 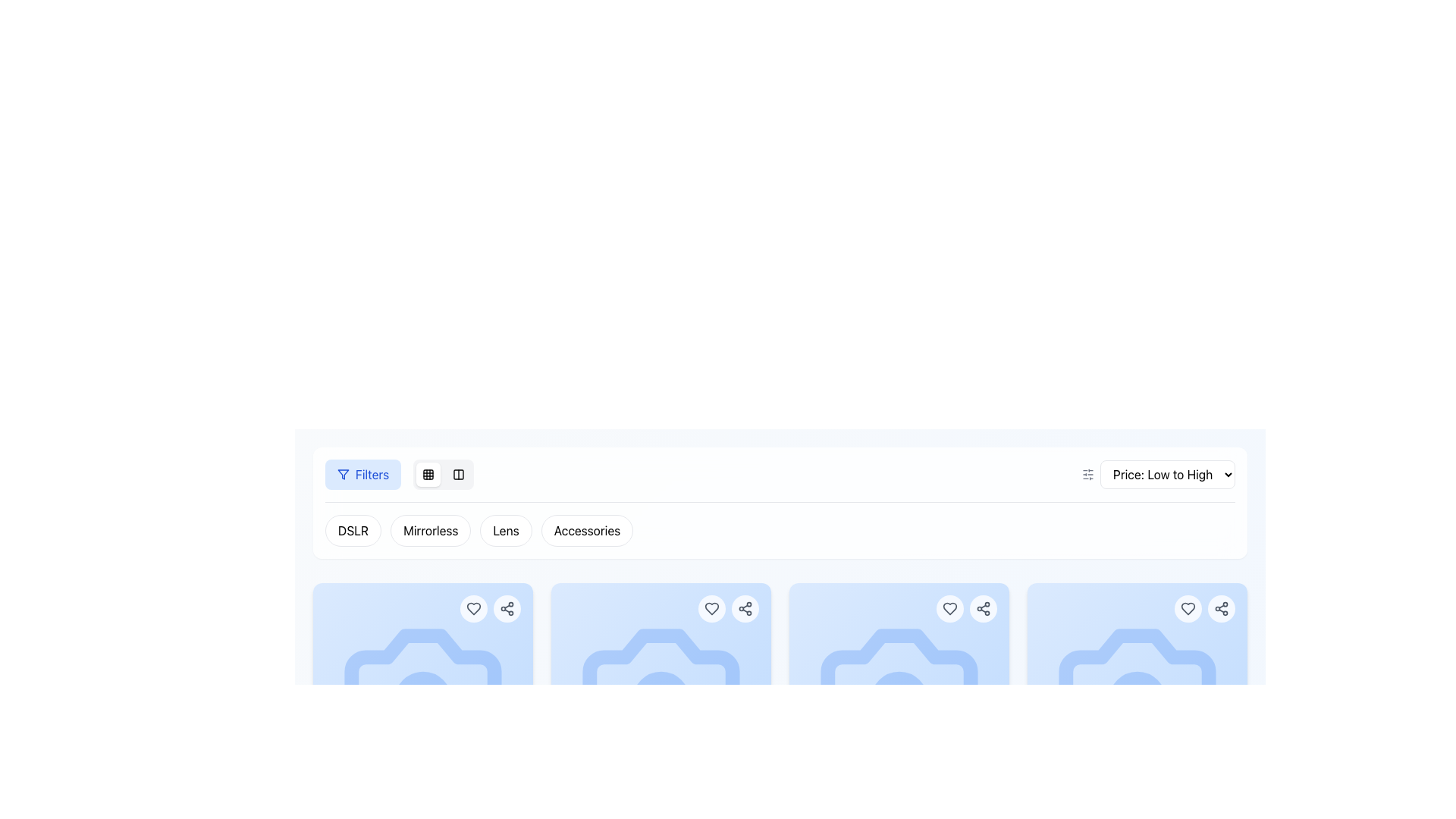 What do you see at coordinates (1157, 473) in the screenshot?
I see `the dropdown menu labeled 'Price: Low to High'` at bounding box center [1157, 473].